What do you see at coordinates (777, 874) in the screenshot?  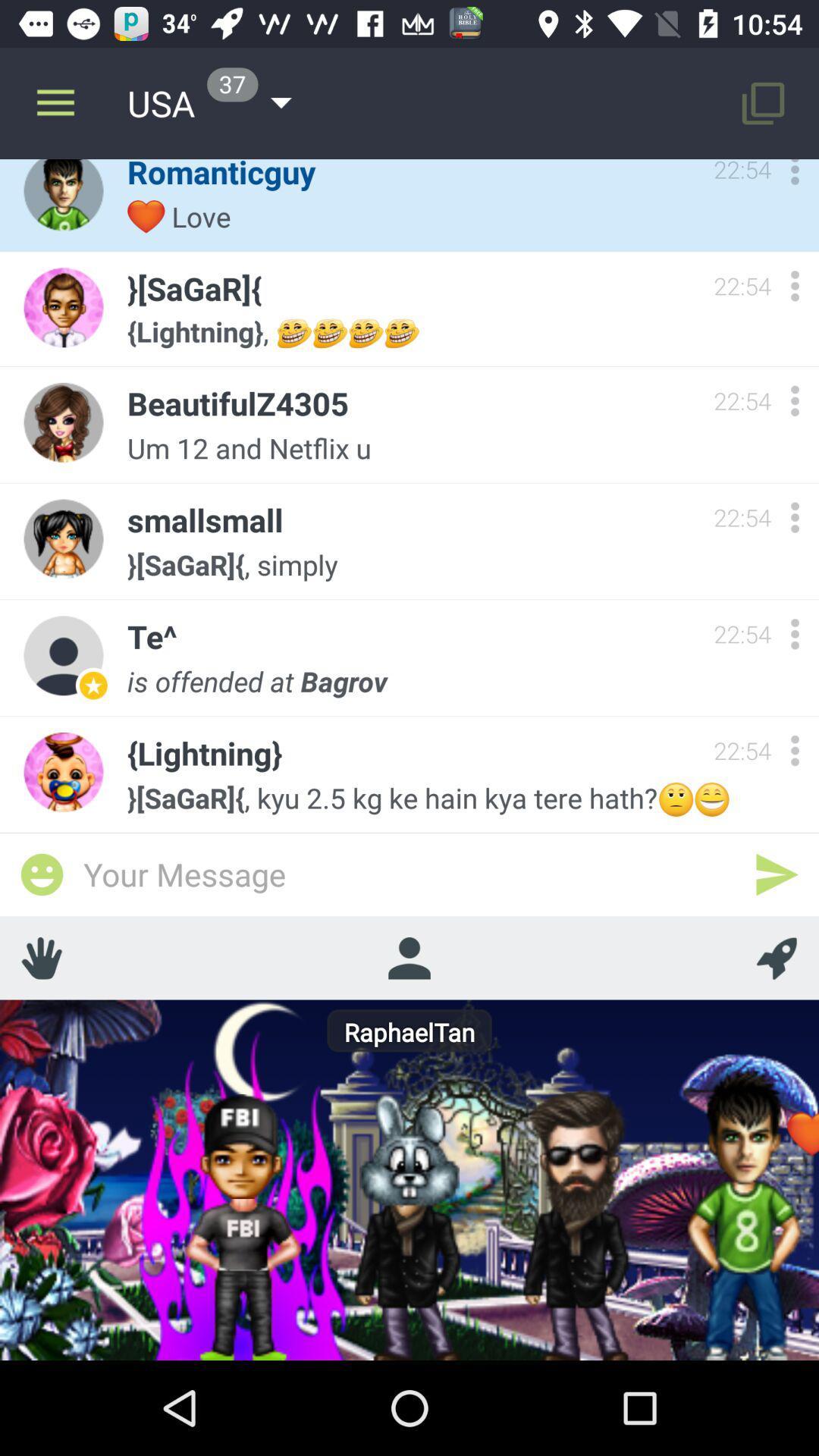 I see `send message` at bounding box center [777, 874].